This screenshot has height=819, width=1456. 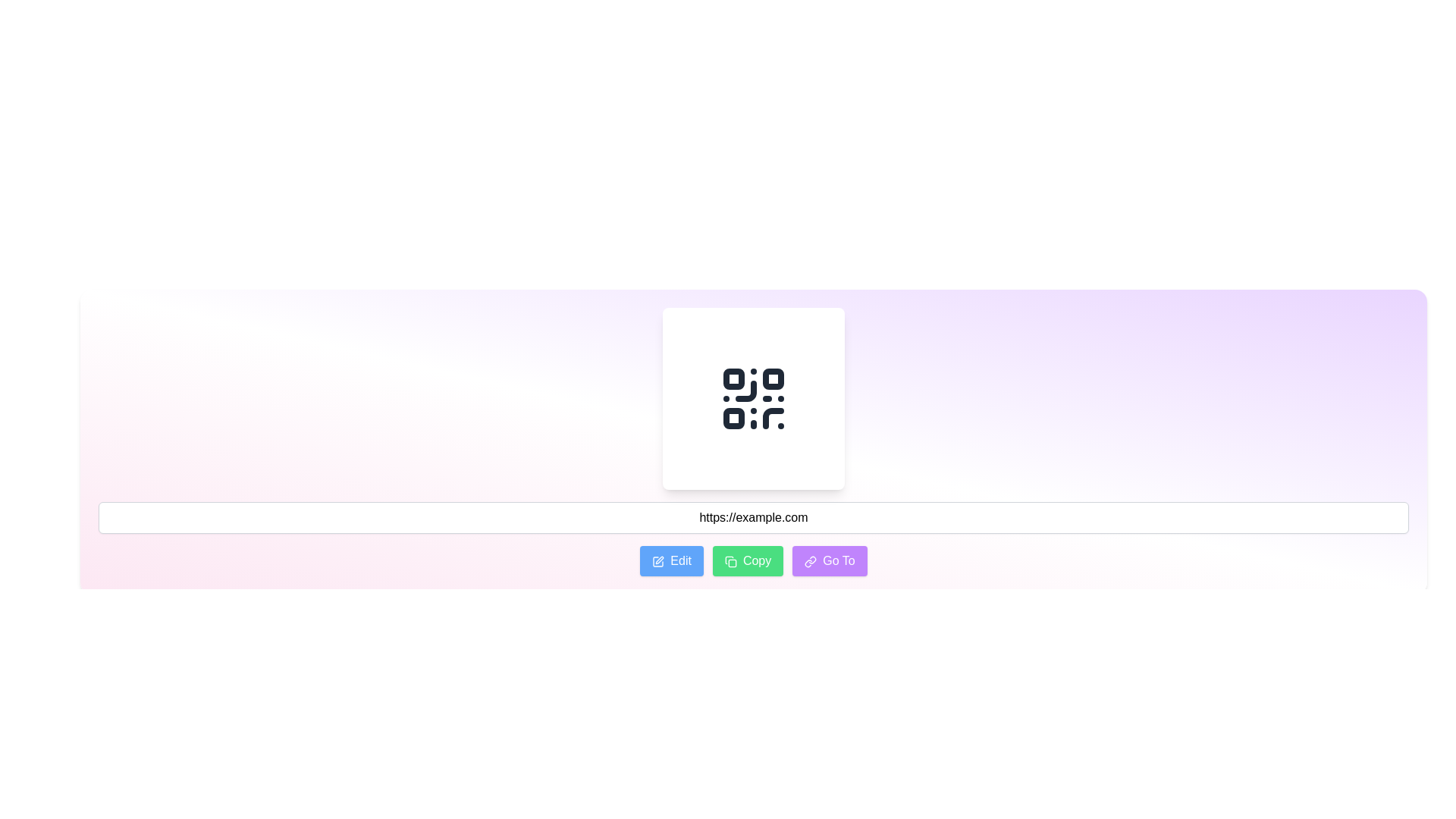 What do you see at coordinates (734, 378) in the screenshot?
I see `the small rounded black rectangle located in the top-left corner of the QR code structure` at bounding box center [734, 378].